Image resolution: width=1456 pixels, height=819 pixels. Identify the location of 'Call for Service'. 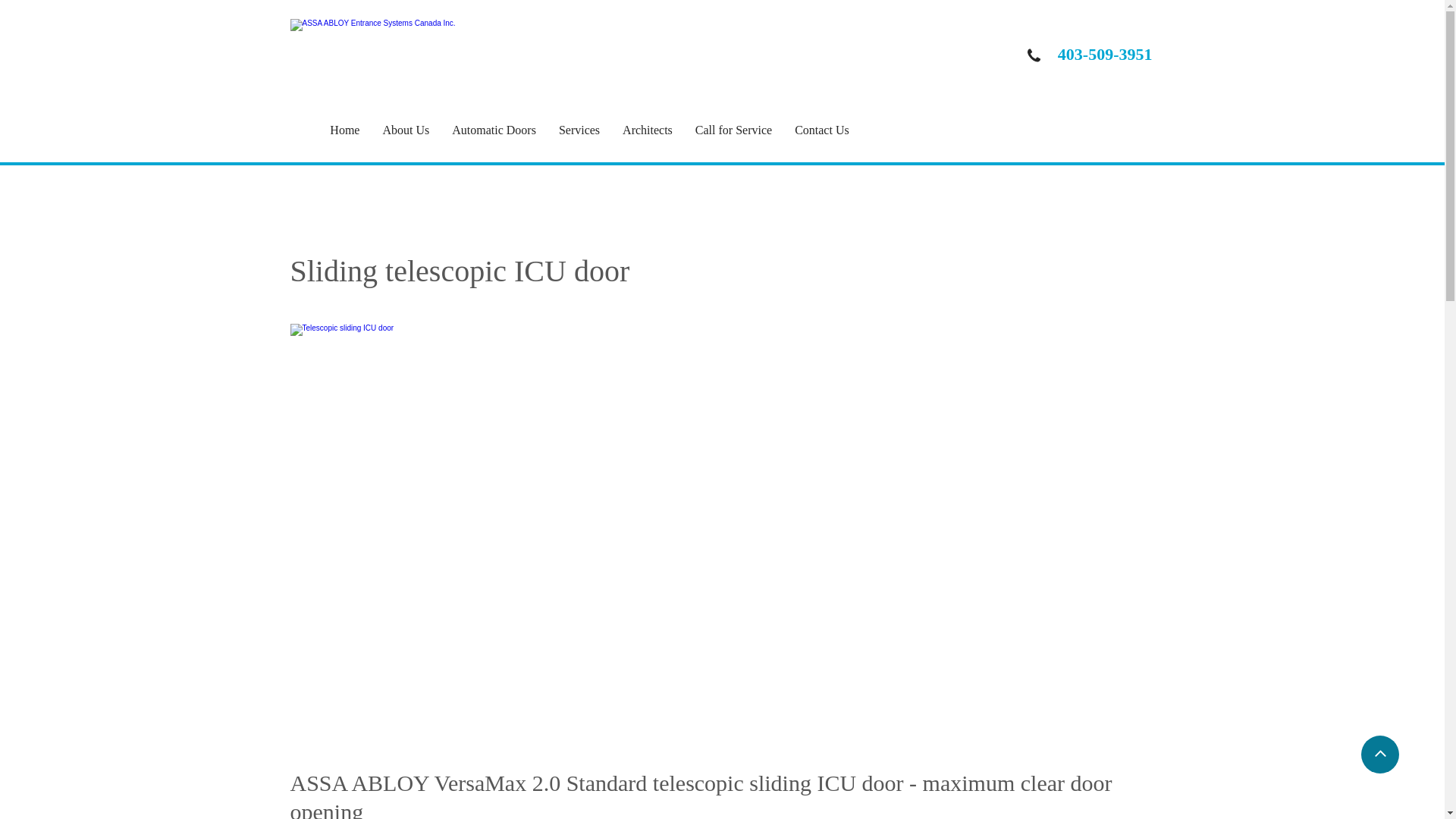
(694, 130).